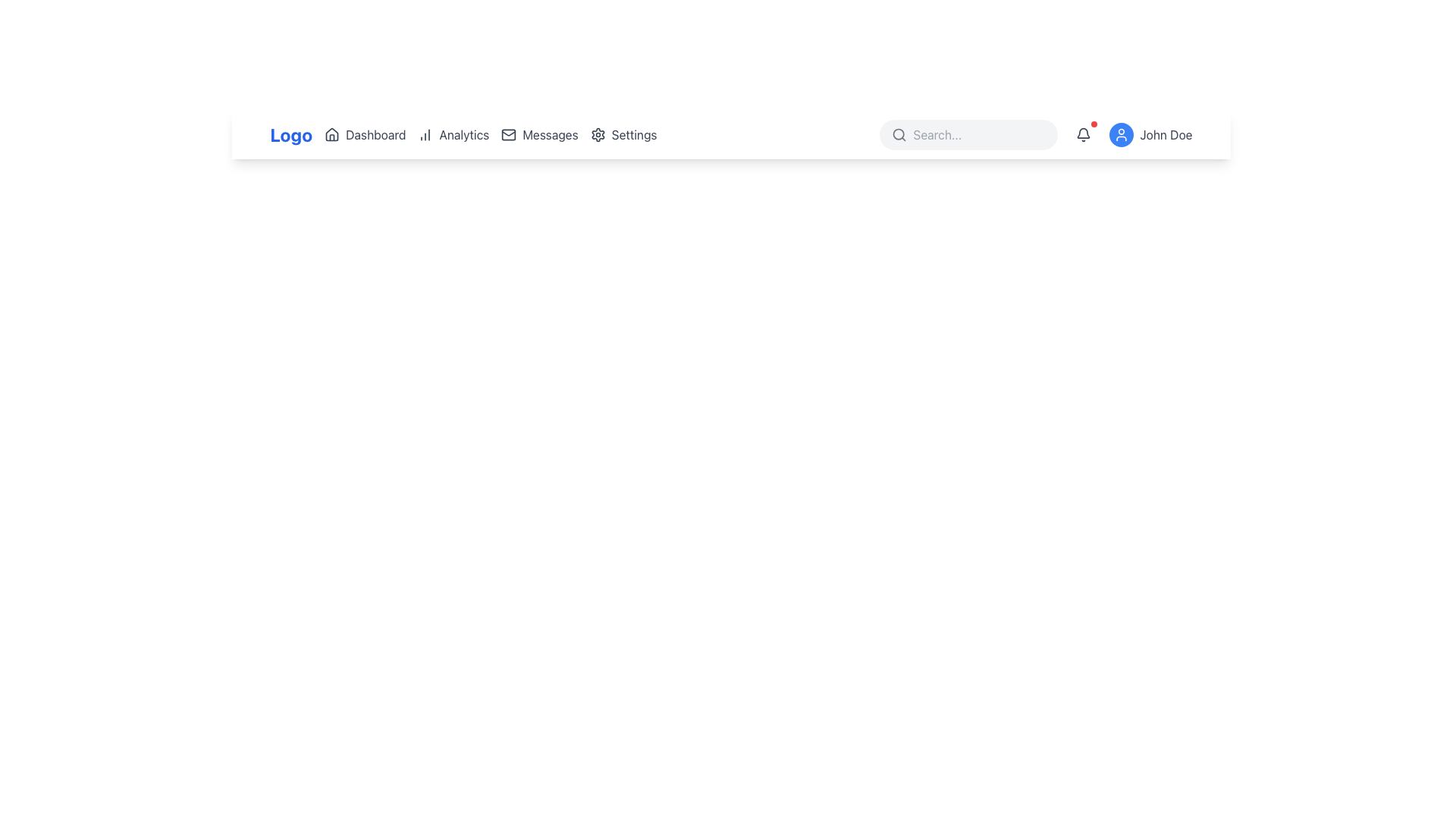 The width and height of the screenshot is (1456, 819). I want to click on the inner content of the envelope icon located, so click(509, 133).